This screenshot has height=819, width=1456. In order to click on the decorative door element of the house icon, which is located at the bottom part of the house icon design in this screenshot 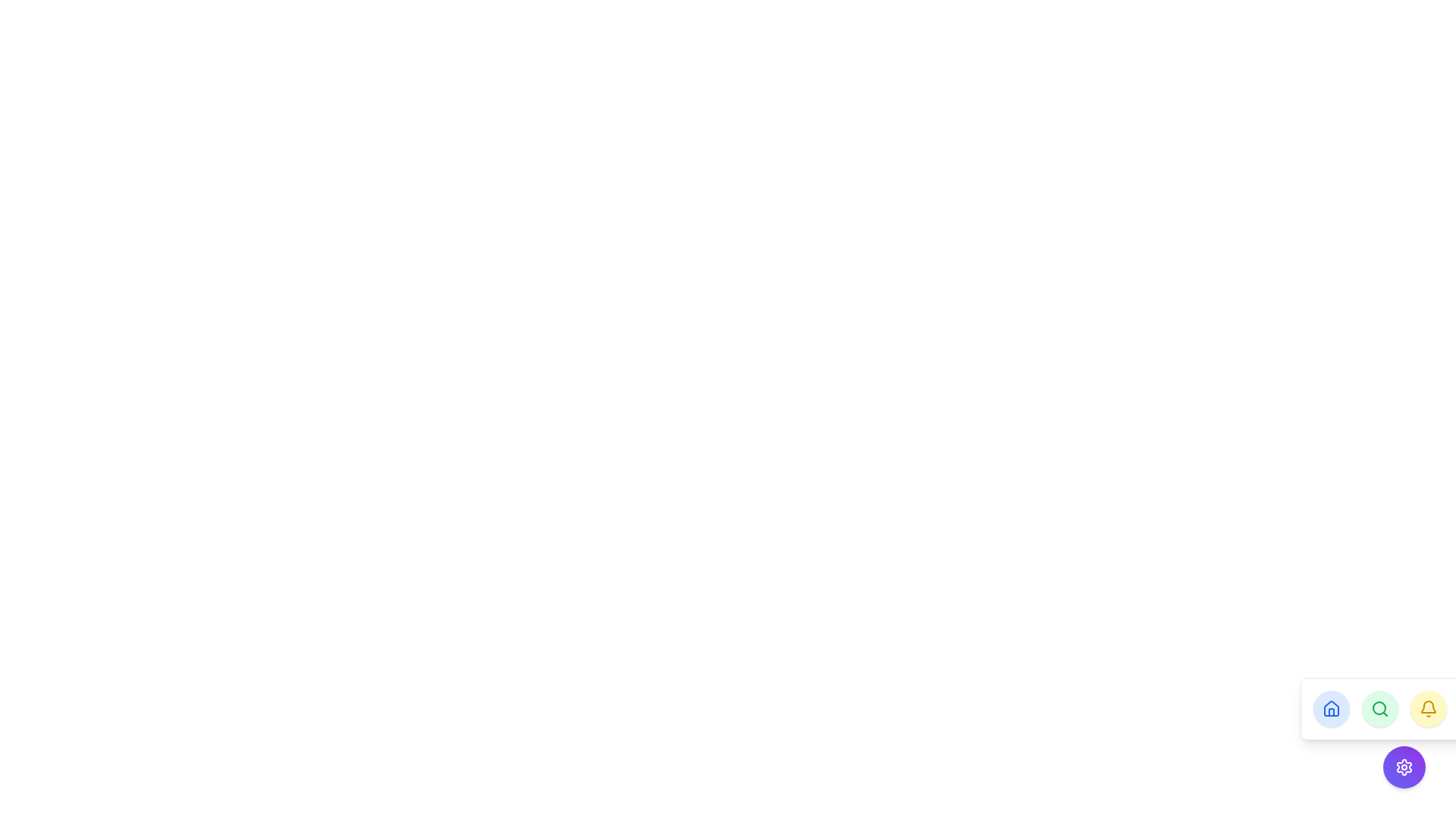, I will do `click(1331, 711)`.